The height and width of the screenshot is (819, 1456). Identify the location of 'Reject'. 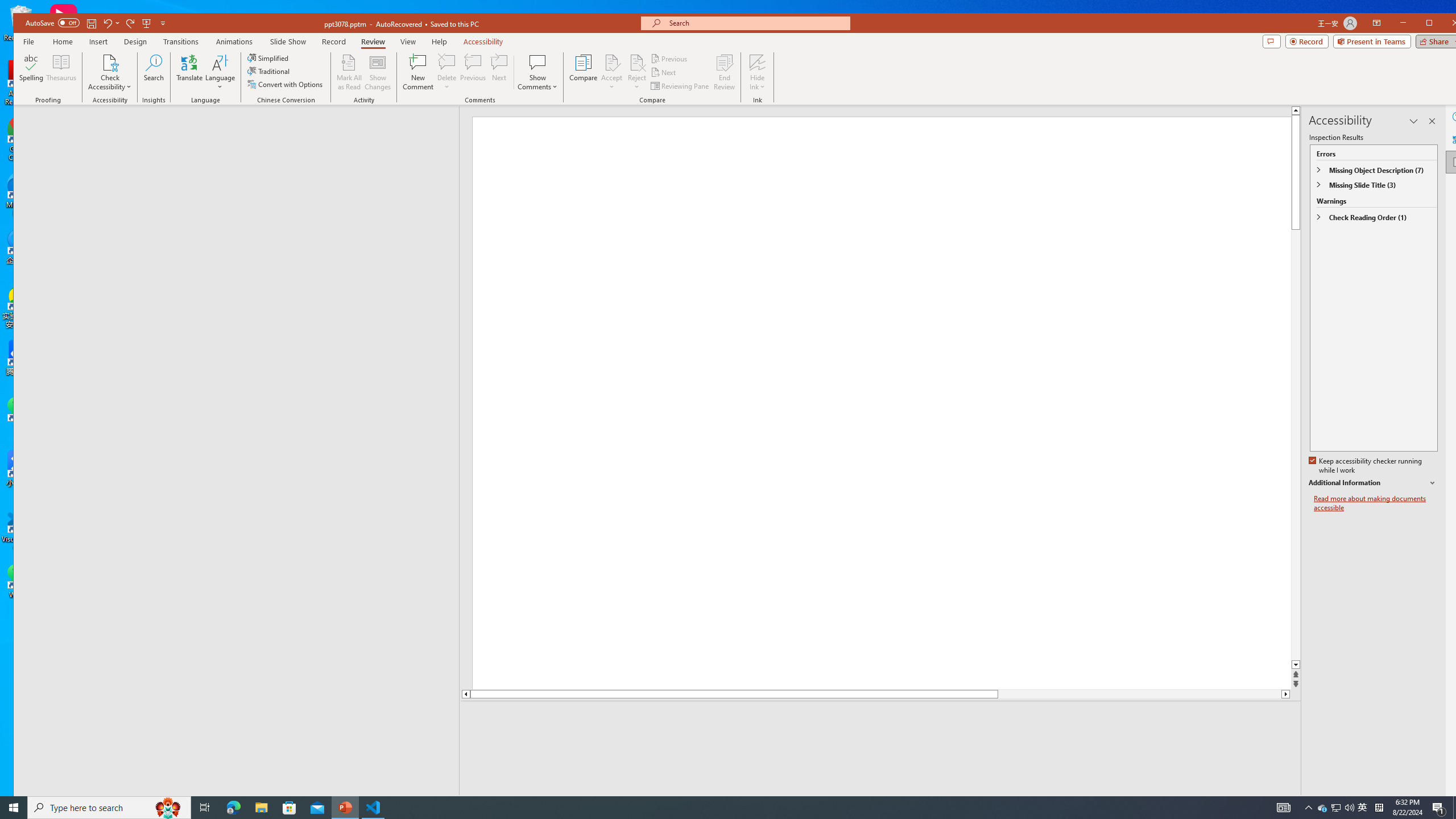
(637, 72).